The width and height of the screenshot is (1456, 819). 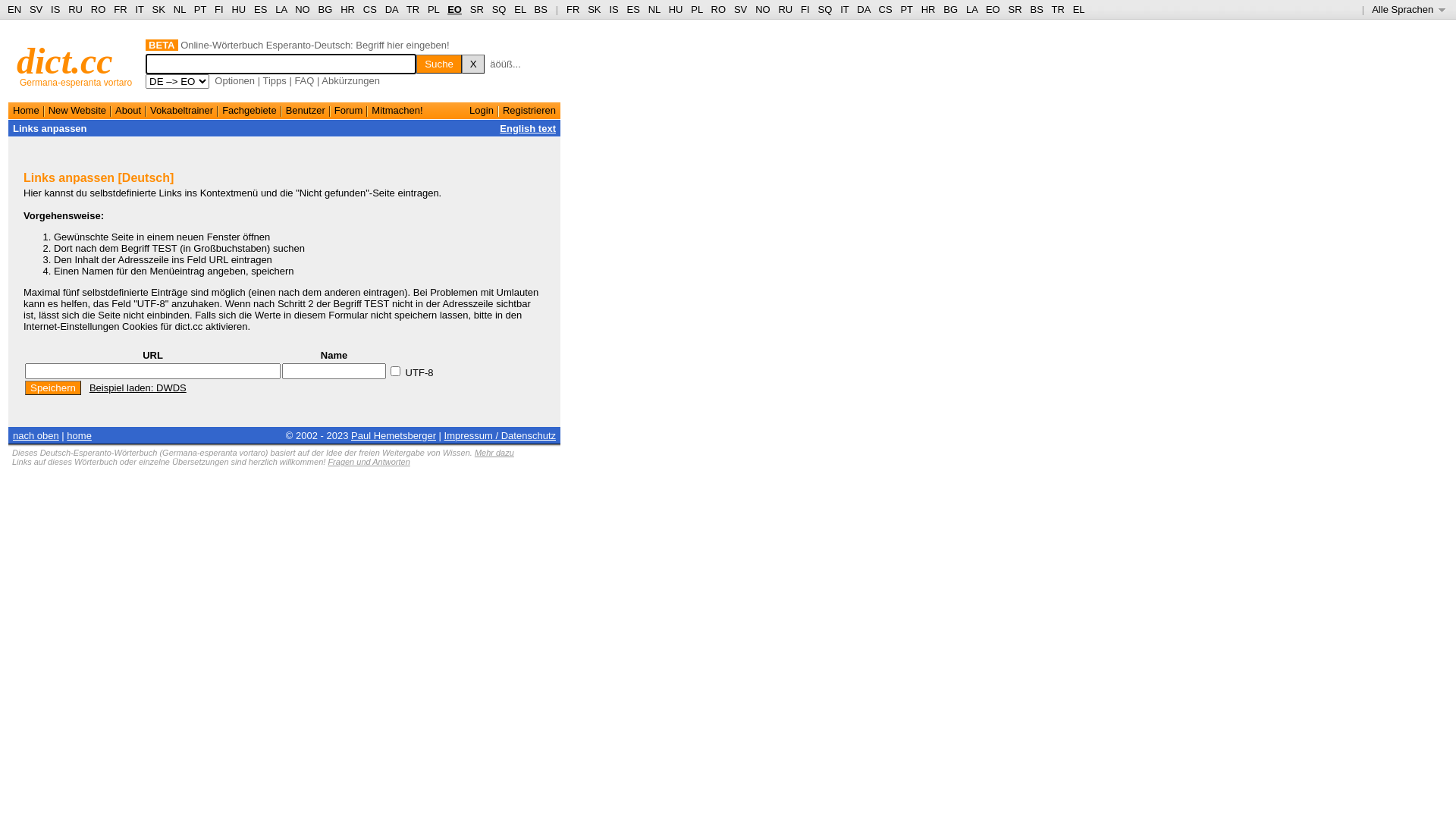 I want to click on 'SR', so click(x=469, y=9).